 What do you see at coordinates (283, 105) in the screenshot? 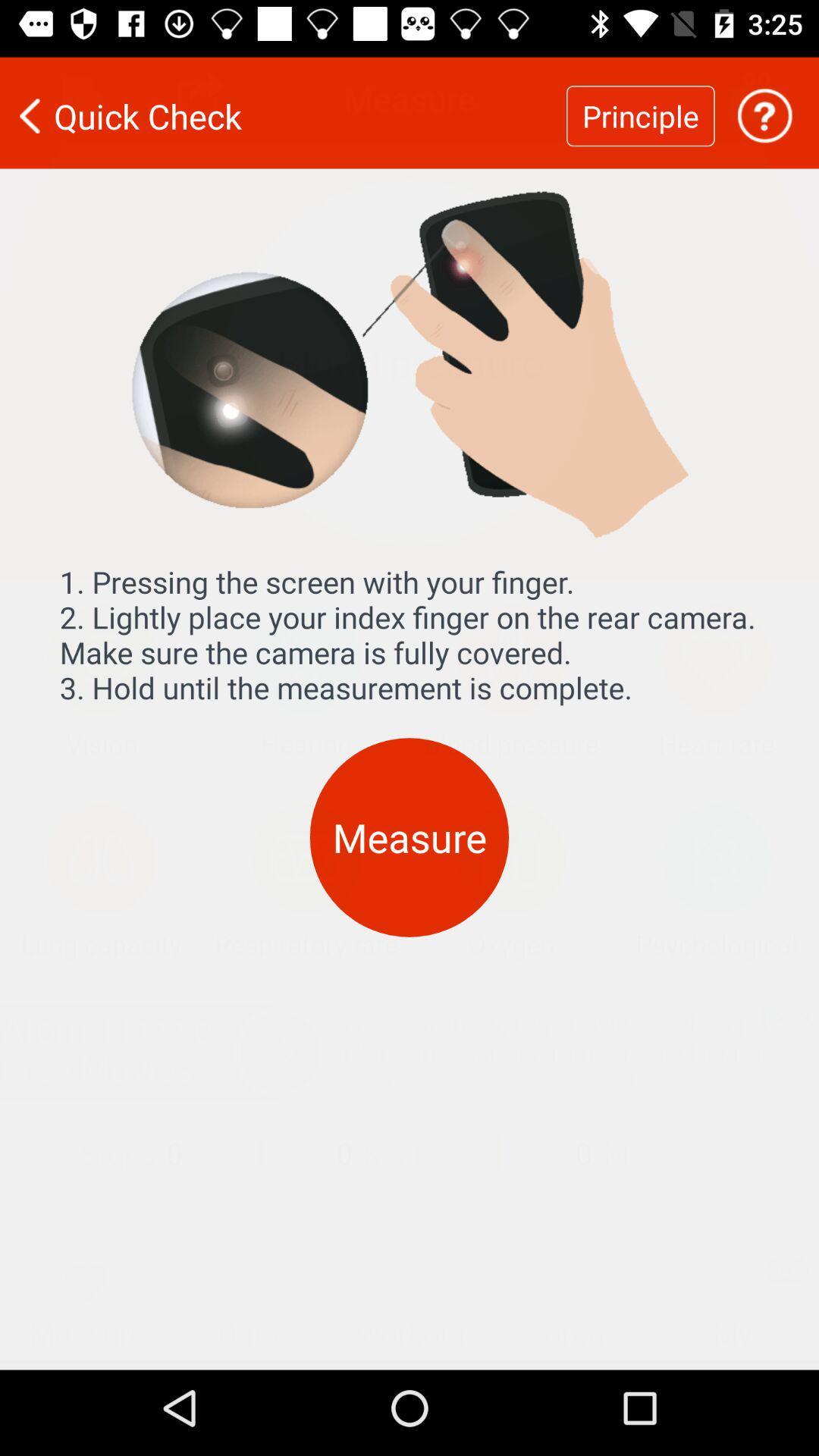
I see `quick check` at bounding box center [283, 105].